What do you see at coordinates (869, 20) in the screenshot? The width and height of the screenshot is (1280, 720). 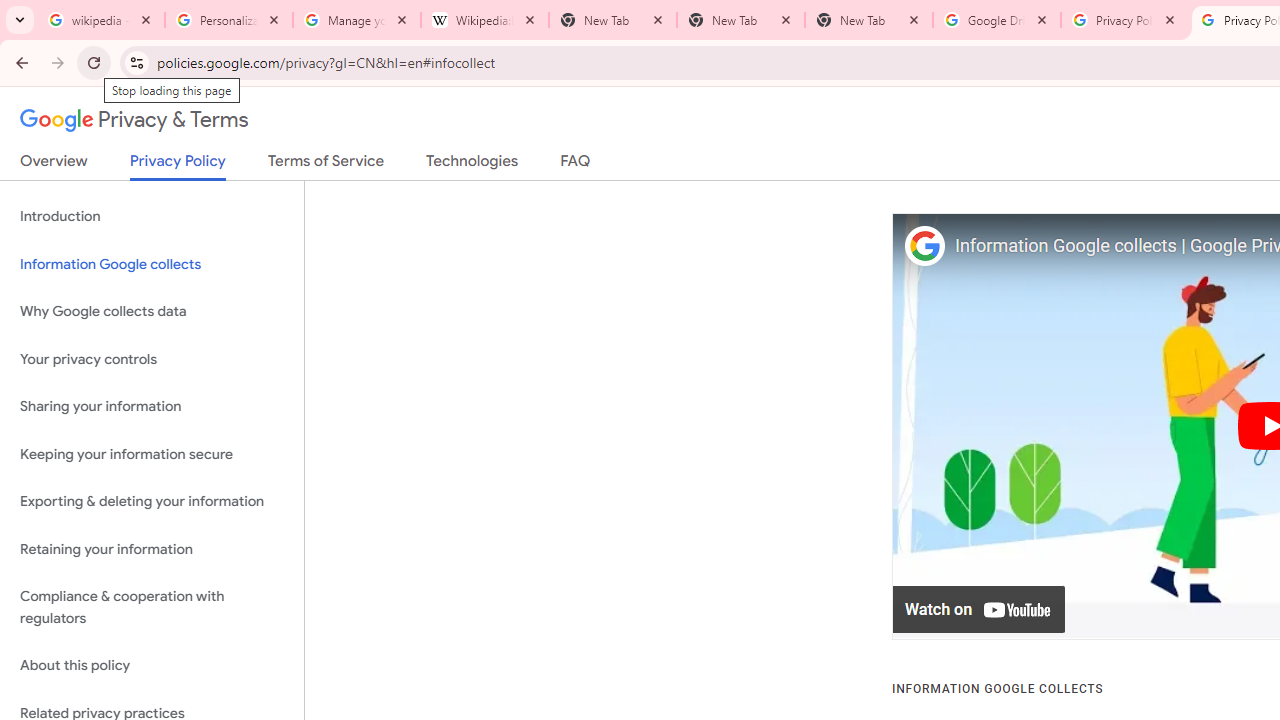 I see `'New Tab'` at bounding box center [869, 20].